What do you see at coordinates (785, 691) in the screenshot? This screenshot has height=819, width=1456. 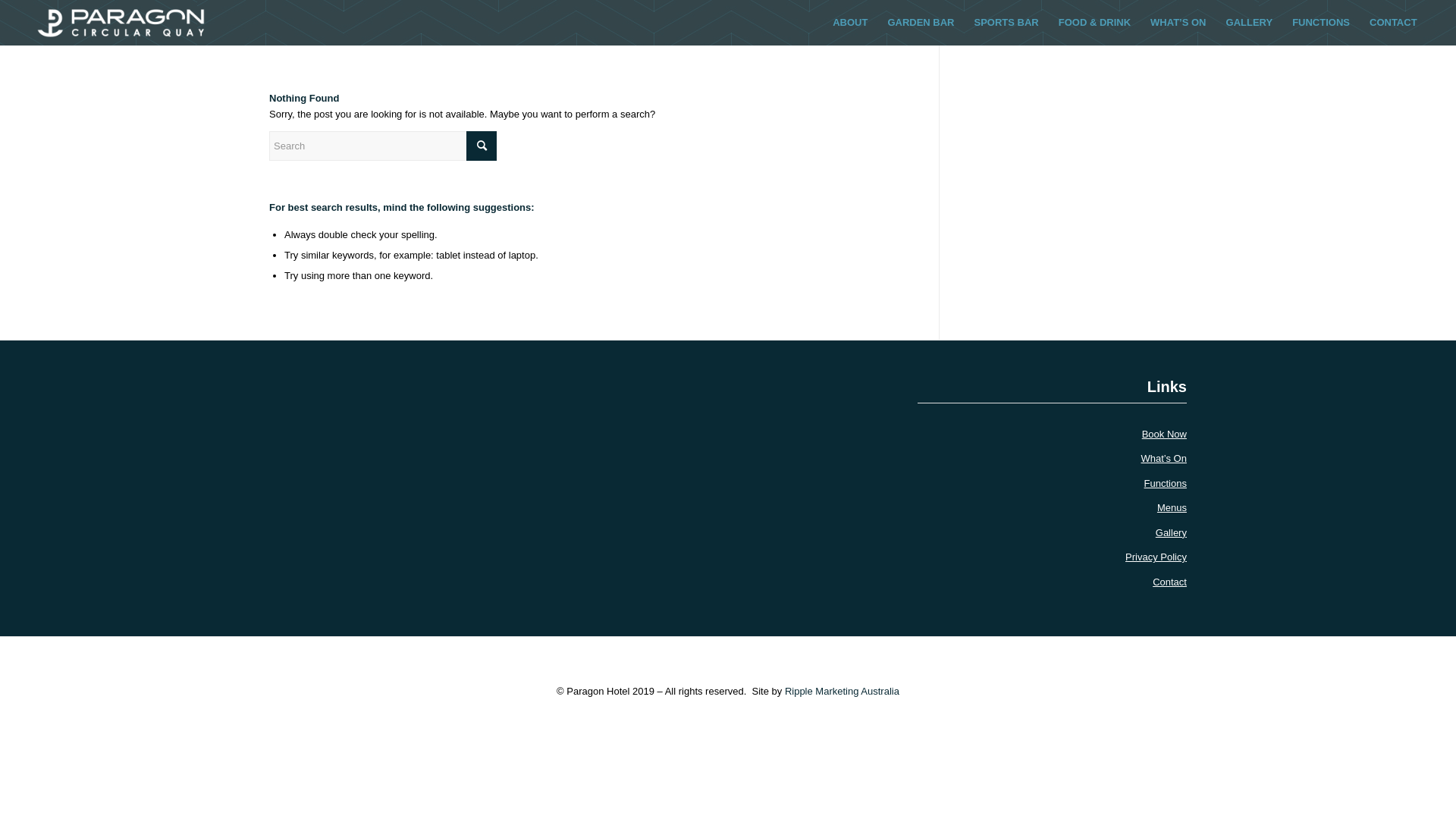 I see `'Ripple Marketing Australia'` at bounding box center [785, 691].